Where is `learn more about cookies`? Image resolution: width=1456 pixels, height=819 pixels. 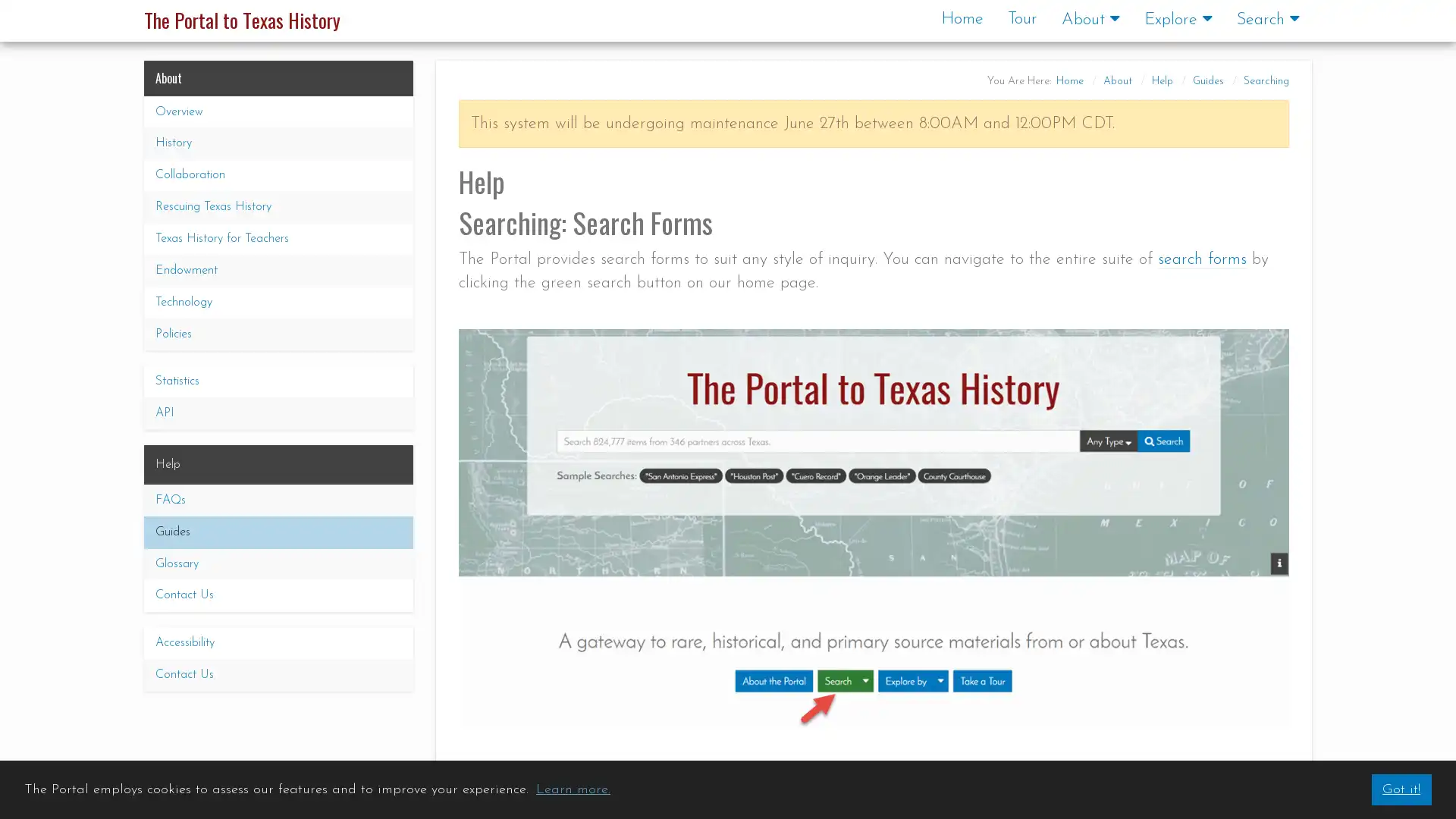 learn more about cookies is located at coordinates (572, 789).